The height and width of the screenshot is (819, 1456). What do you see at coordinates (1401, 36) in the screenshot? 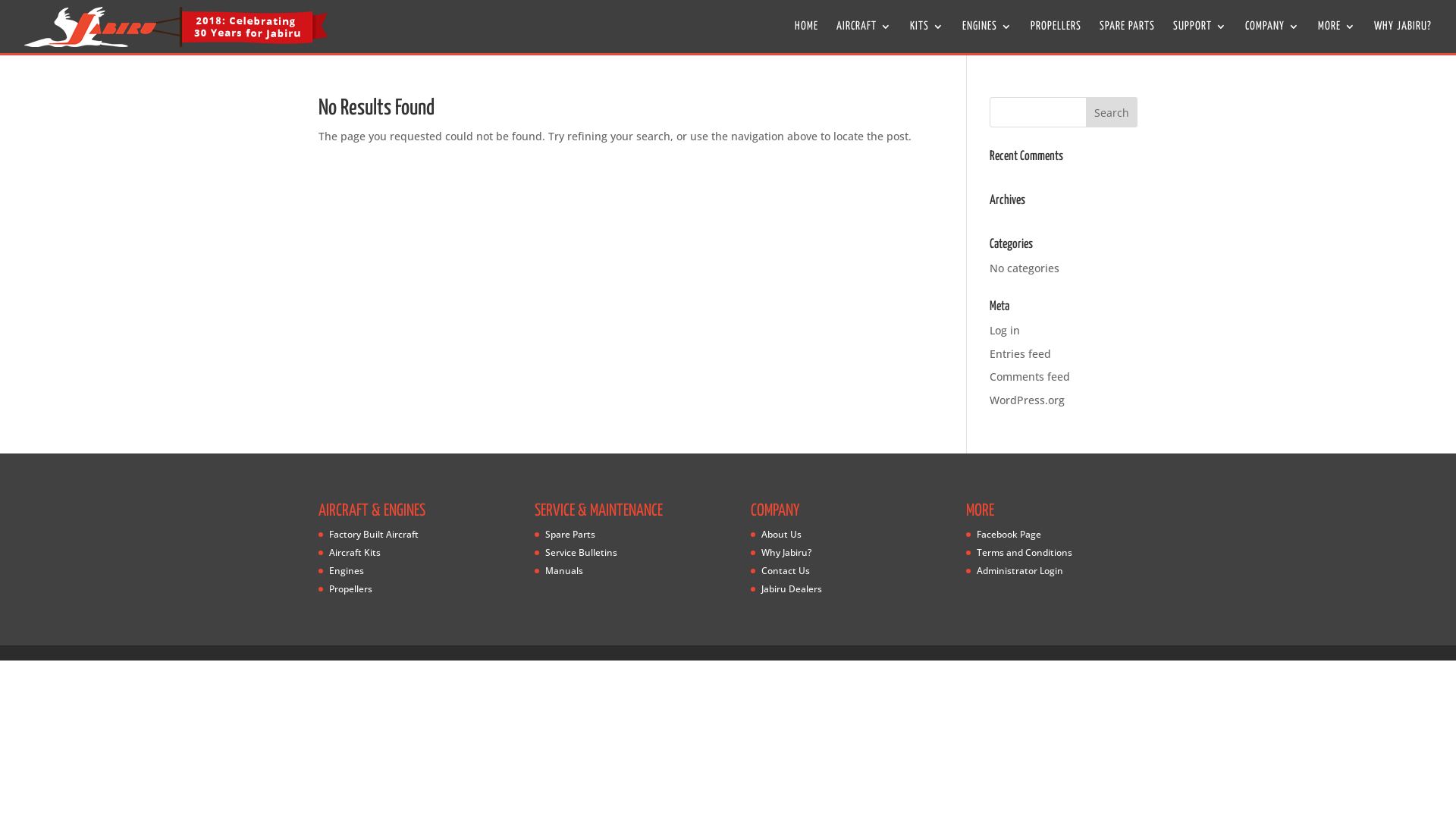
I see `'WHY JABIRU?'` at bounding box center [1401, 36].